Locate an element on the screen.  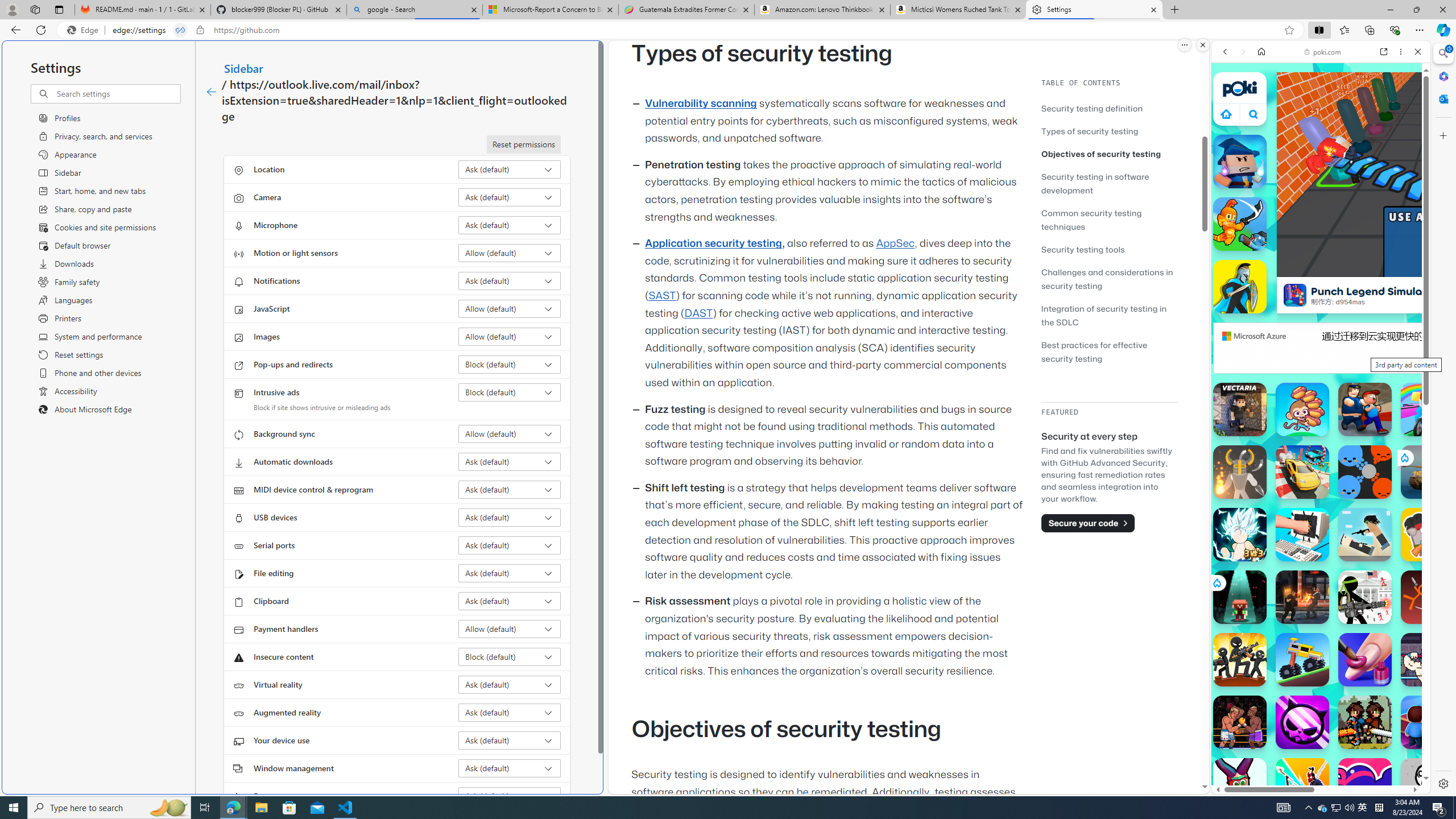
'Best practices for effective security testing' is located at coordinates (1108, 351).